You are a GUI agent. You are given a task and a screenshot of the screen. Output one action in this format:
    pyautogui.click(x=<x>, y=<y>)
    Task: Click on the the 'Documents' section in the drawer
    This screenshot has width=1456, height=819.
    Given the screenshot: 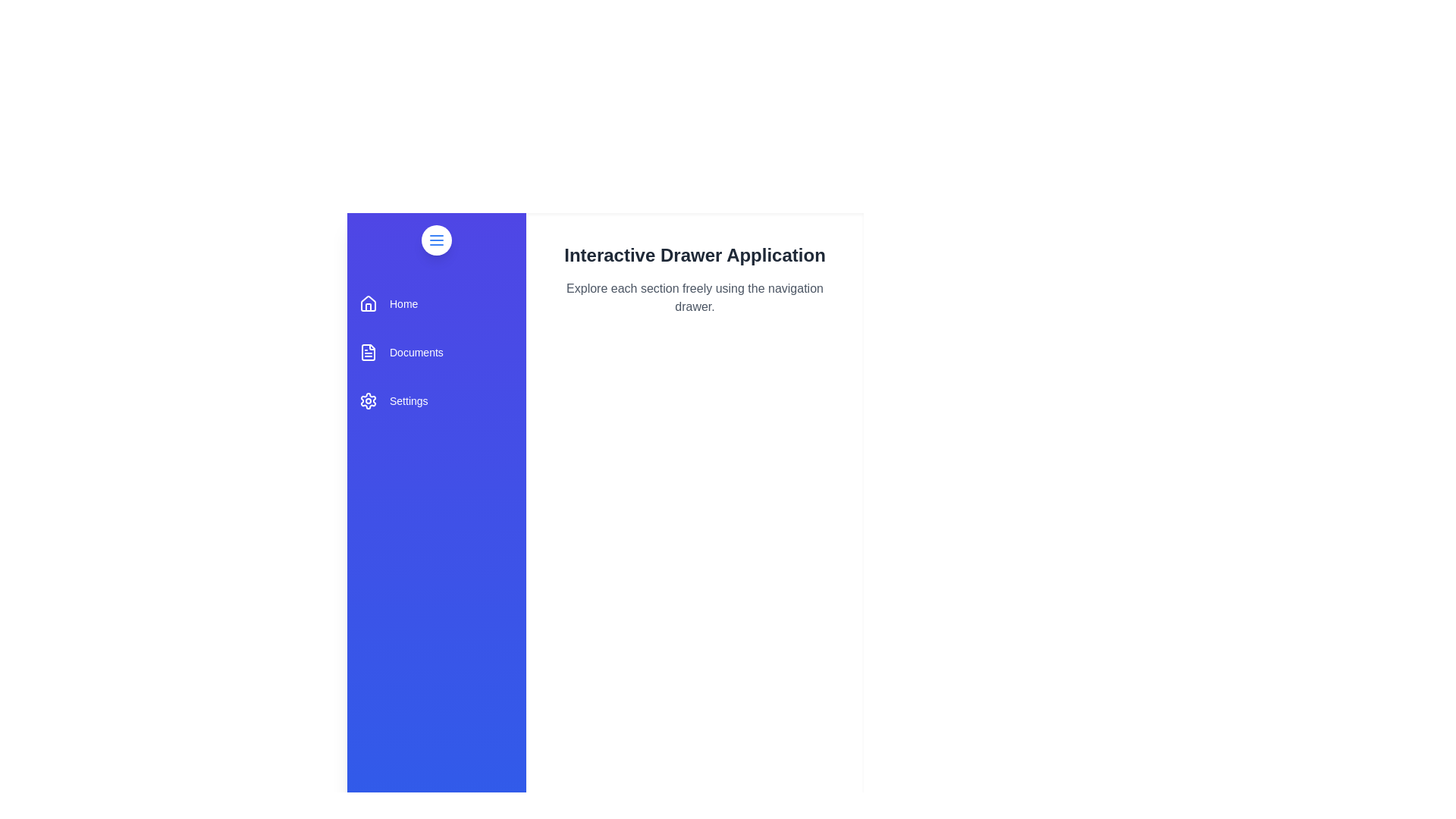 What is the action you would take?
    pyautogui.click(x=436, y=353)
    